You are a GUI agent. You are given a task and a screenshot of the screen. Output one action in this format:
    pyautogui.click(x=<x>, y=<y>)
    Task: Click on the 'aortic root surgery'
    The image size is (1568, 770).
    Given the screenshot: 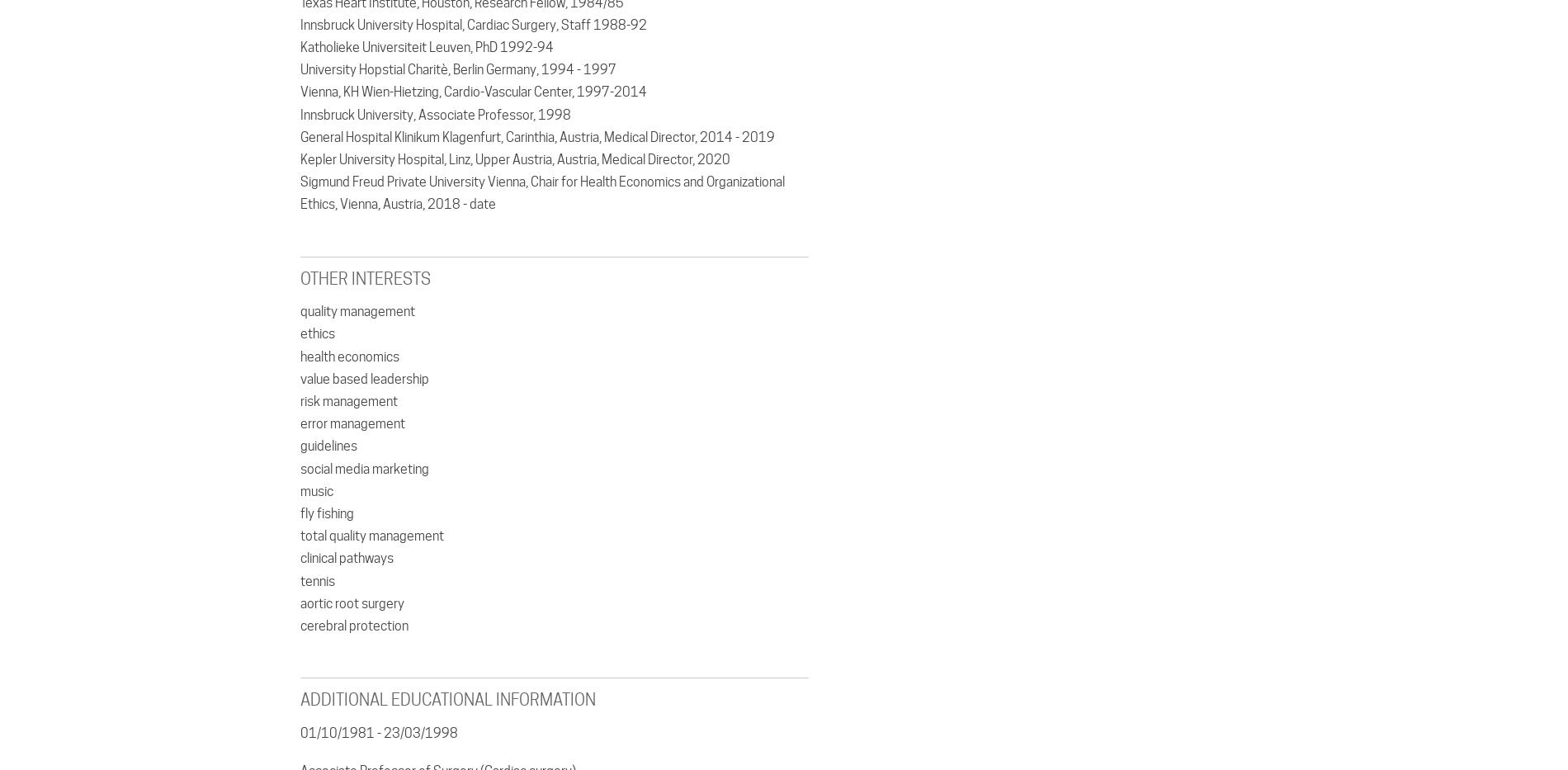 What is the action you would take?
    pyautogui.click(x=351, y=602)
    